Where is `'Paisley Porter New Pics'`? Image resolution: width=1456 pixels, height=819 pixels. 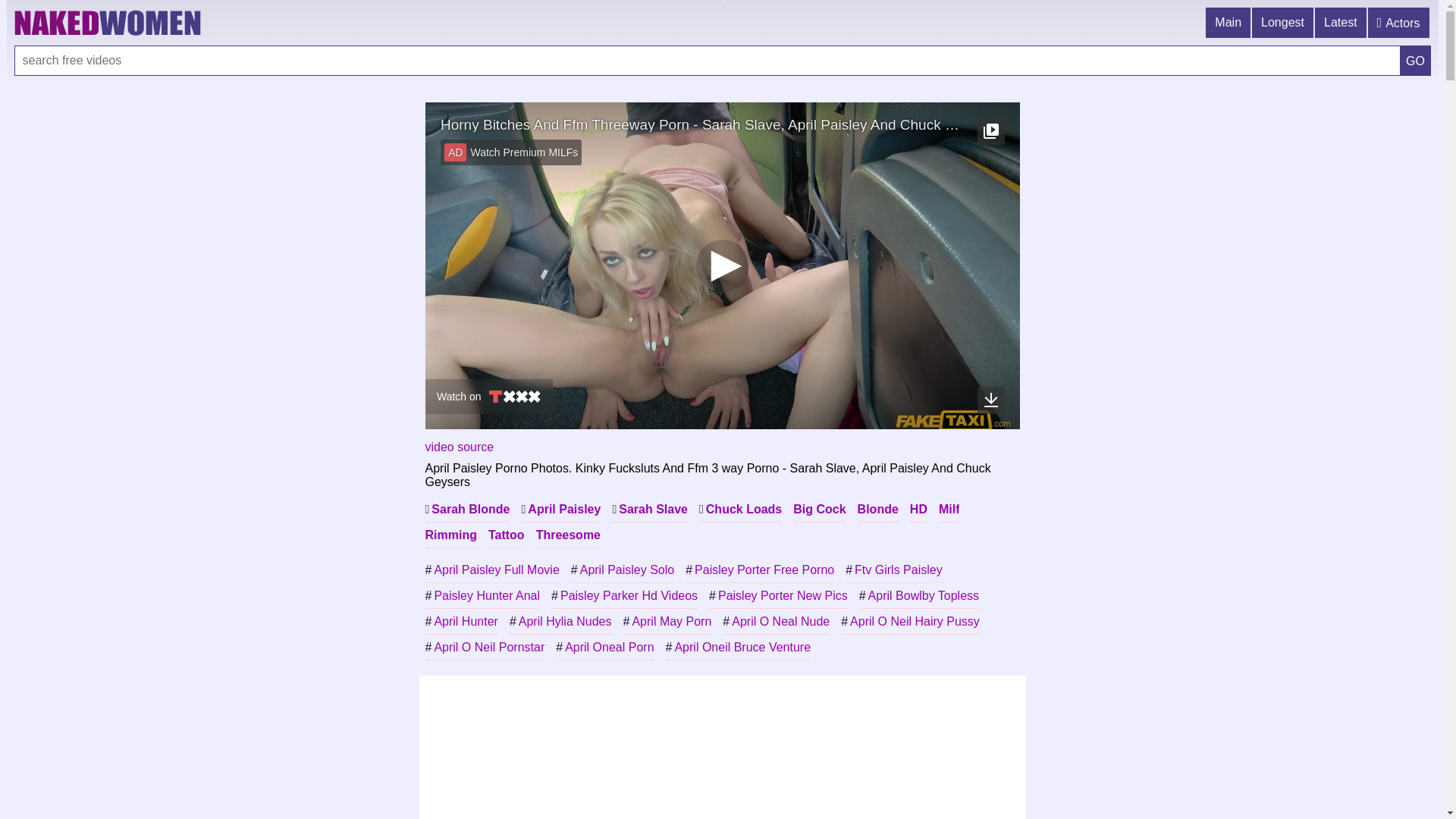
'Paisley Porter New Pics' is located at coordinates (778, 595).